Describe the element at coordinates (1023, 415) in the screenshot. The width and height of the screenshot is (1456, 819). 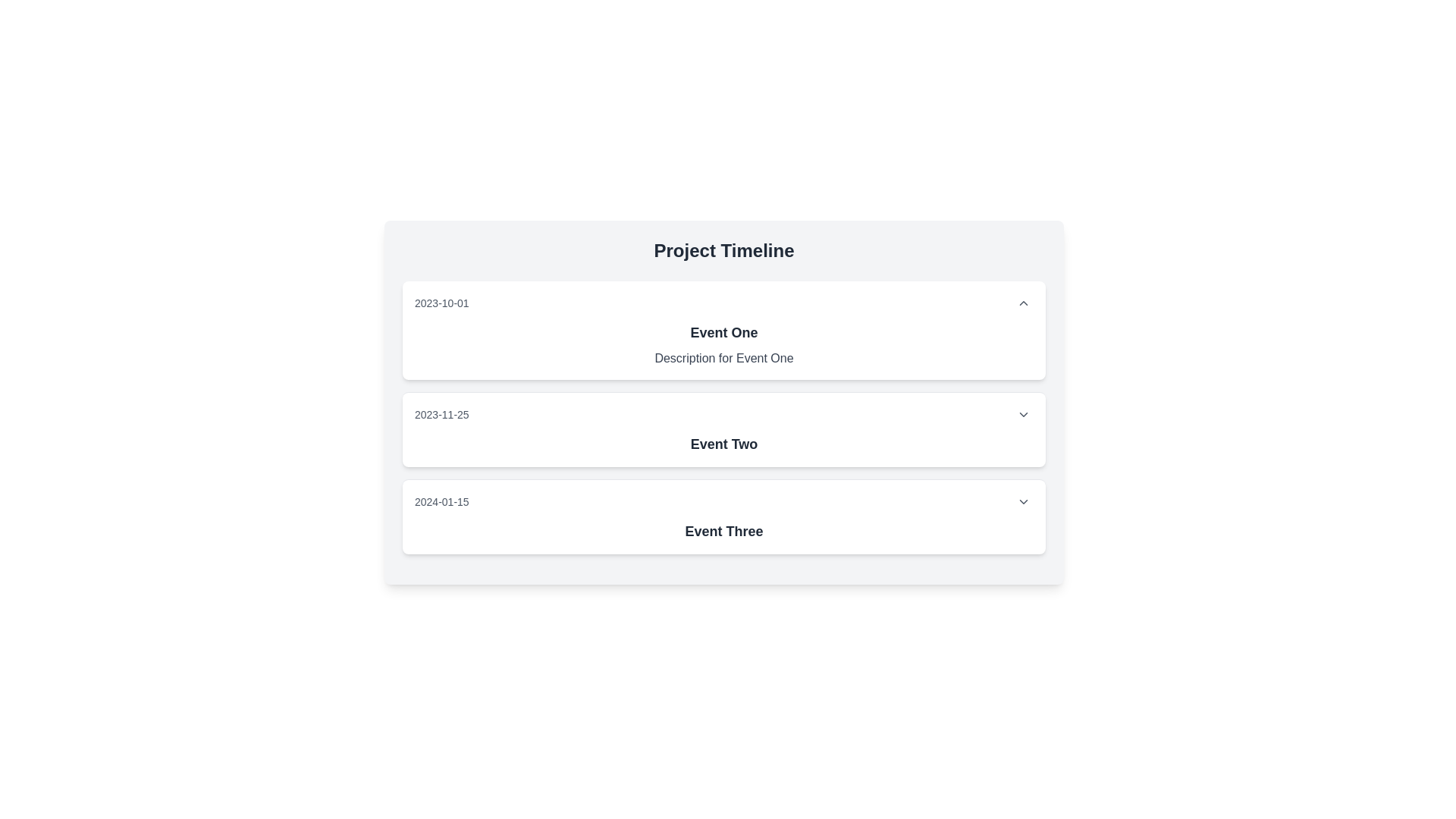
I see `the downward-facing chevron symbol on the far right side of the horizontal bar` at that location.